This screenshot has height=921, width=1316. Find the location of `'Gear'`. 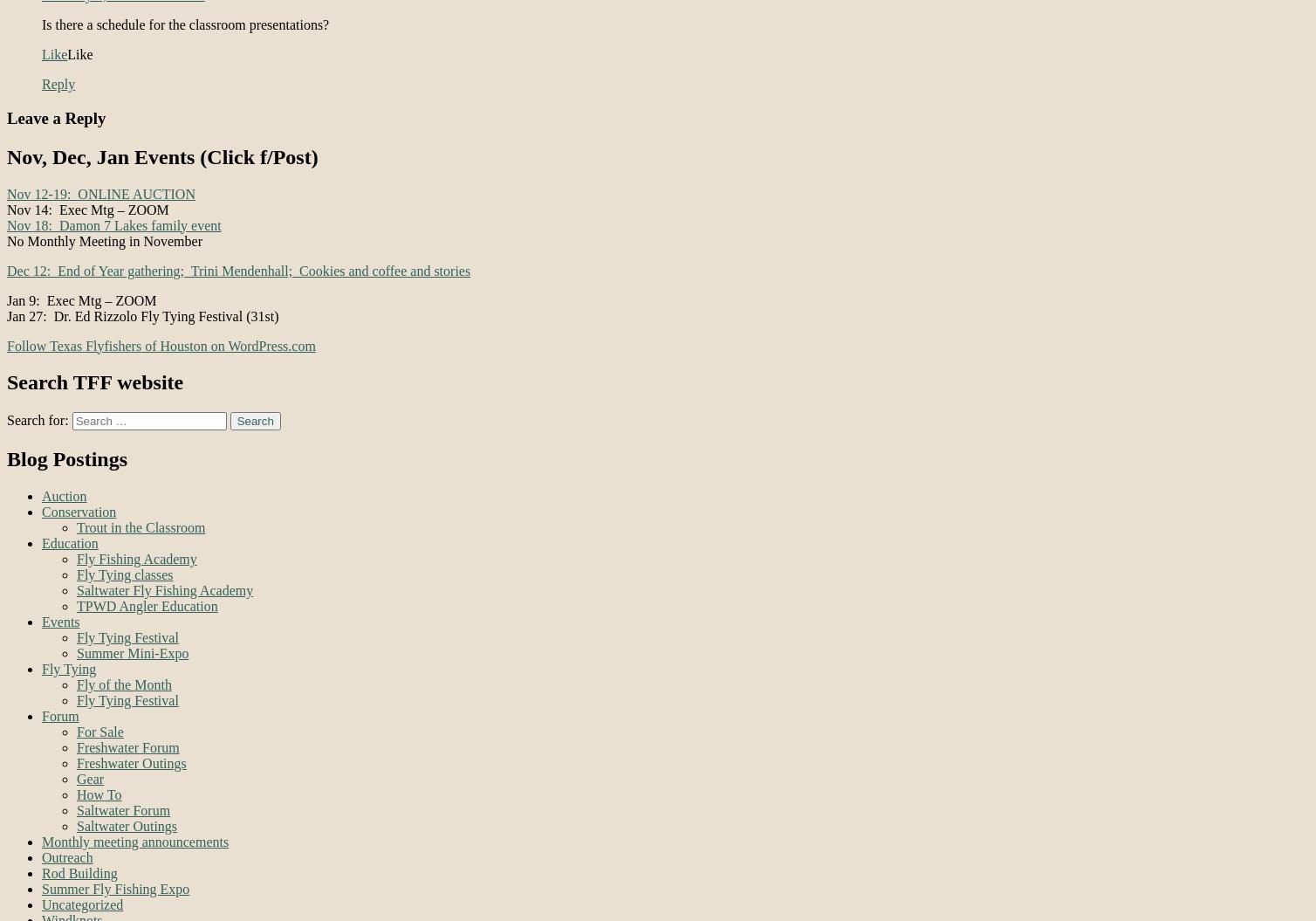

'Gear' is located at coordinates (90, 778).